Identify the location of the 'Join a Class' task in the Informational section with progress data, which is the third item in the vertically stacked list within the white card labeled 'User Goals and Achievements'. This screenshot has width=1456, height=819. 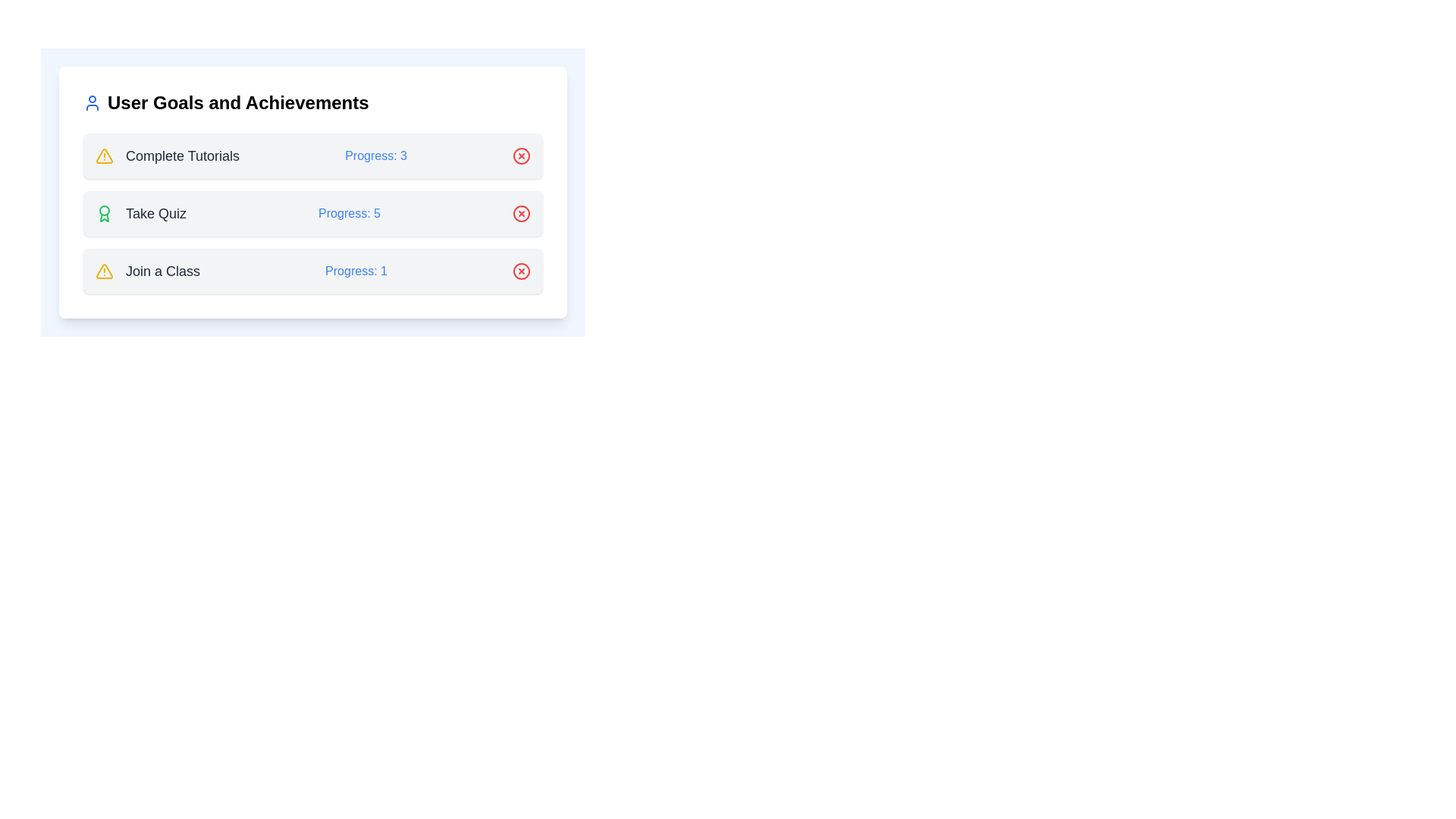
(312, 271).